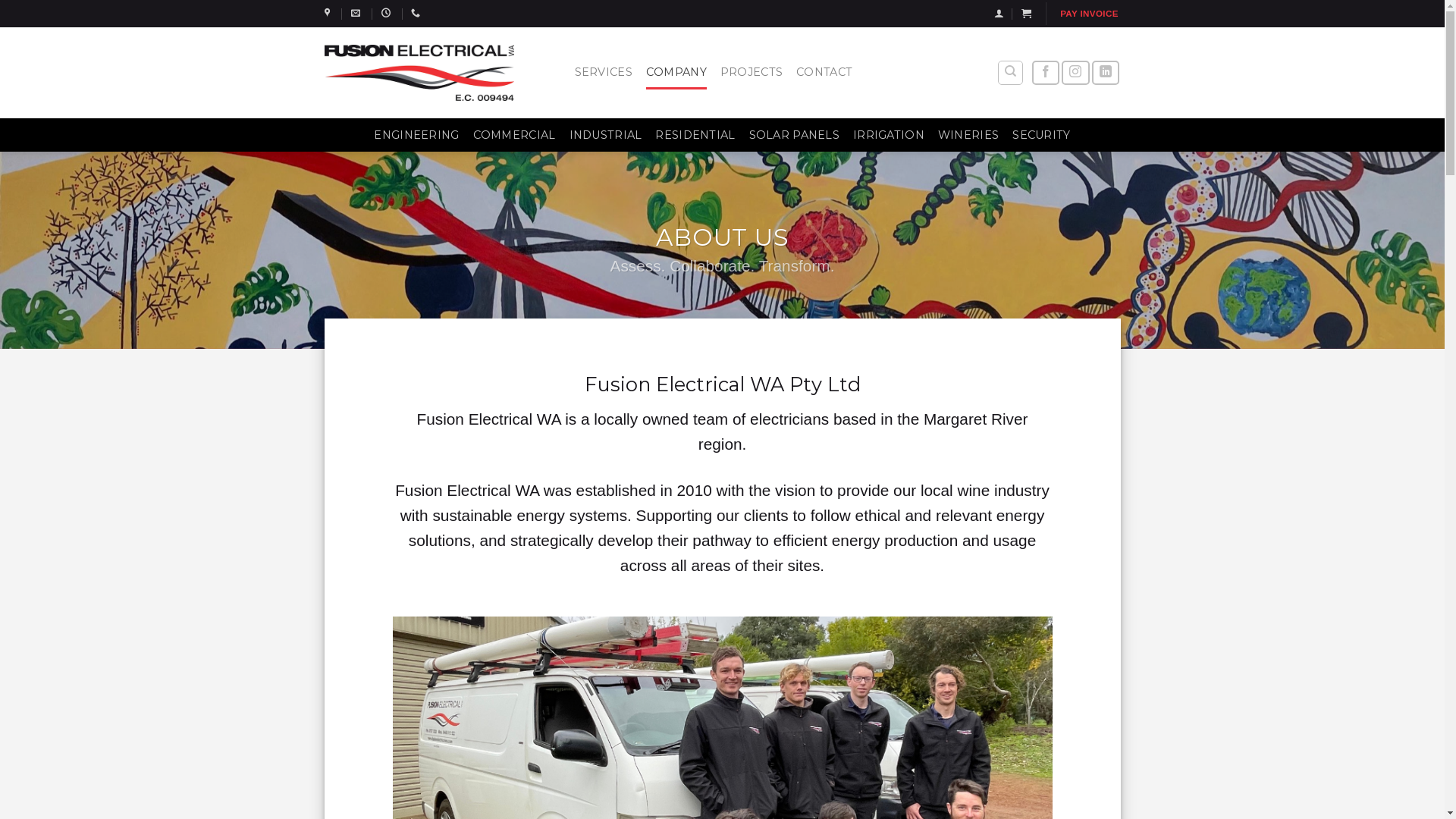 This screenshot has height=819, width=1456. What do you see at coordinates (514, 133) in the screenshot?
I see `'COMMERCIAL'` at bounding box center [514, 133].